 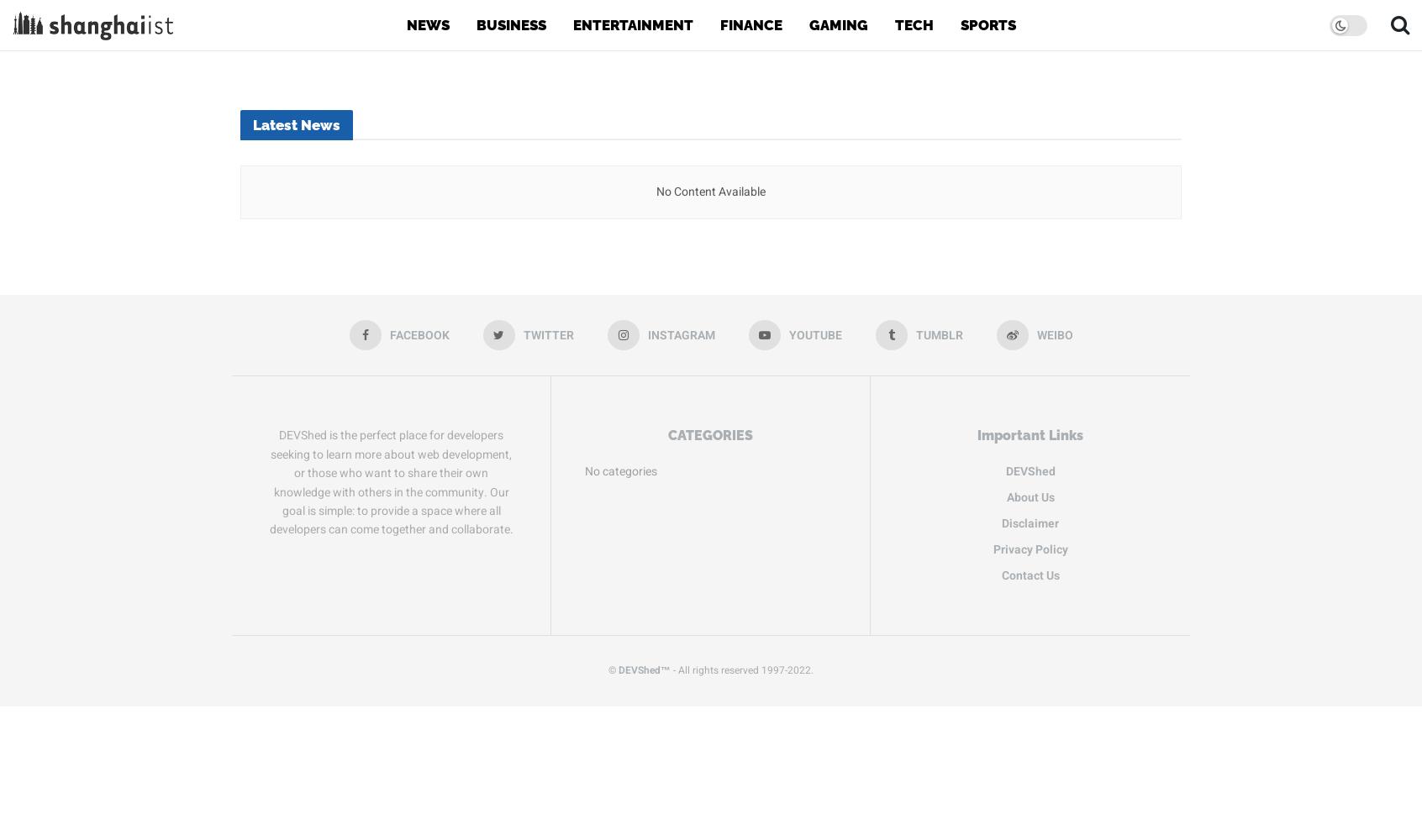 What do you see at coordinates (1054, 335) in the screenshot?
I see `'Weibo'` at bounding box center [1054, 335].